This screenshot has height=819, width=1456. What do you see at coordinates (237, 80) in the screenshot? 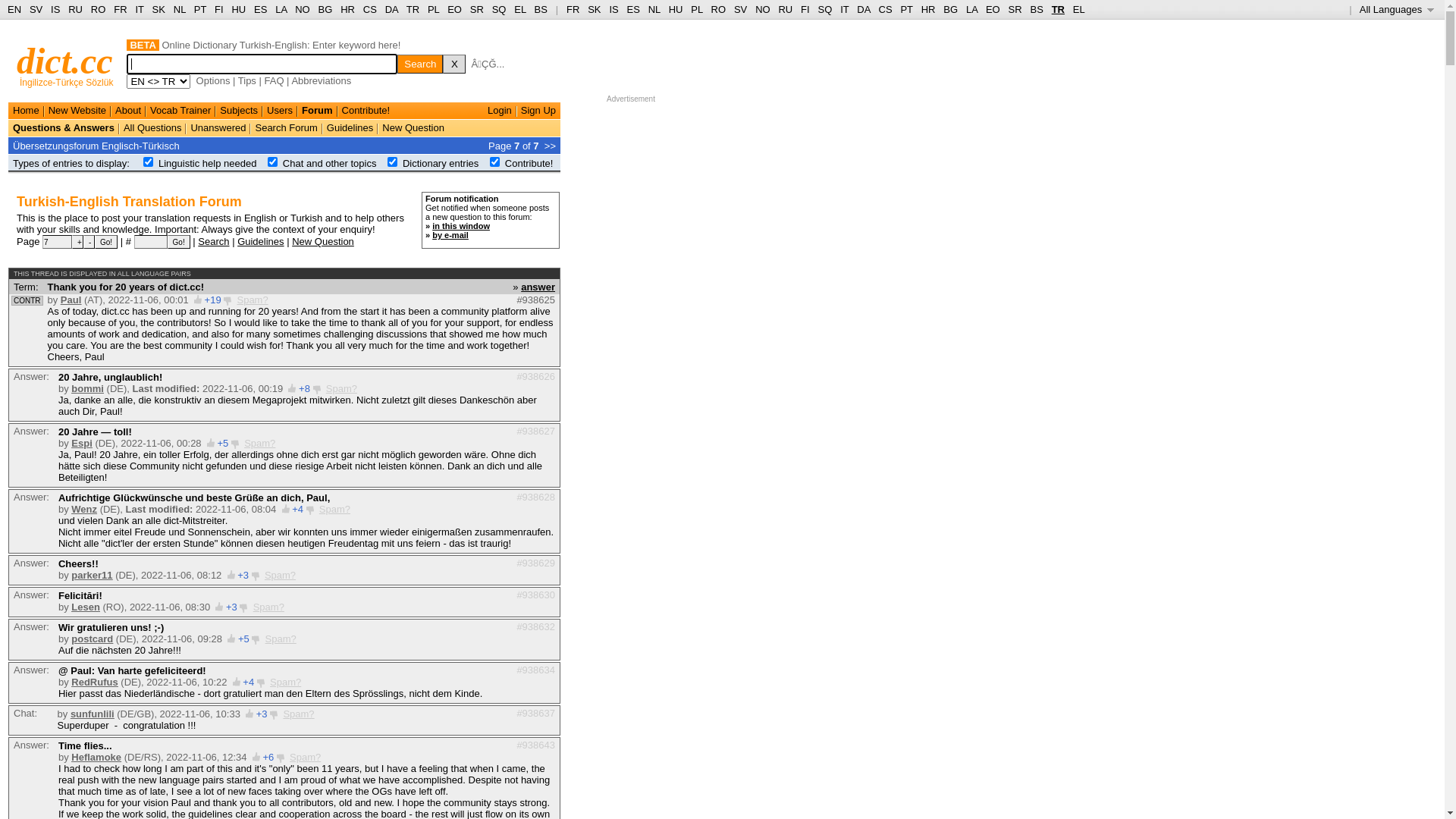
I see `'Tips'` at bounding box center [237, 80].